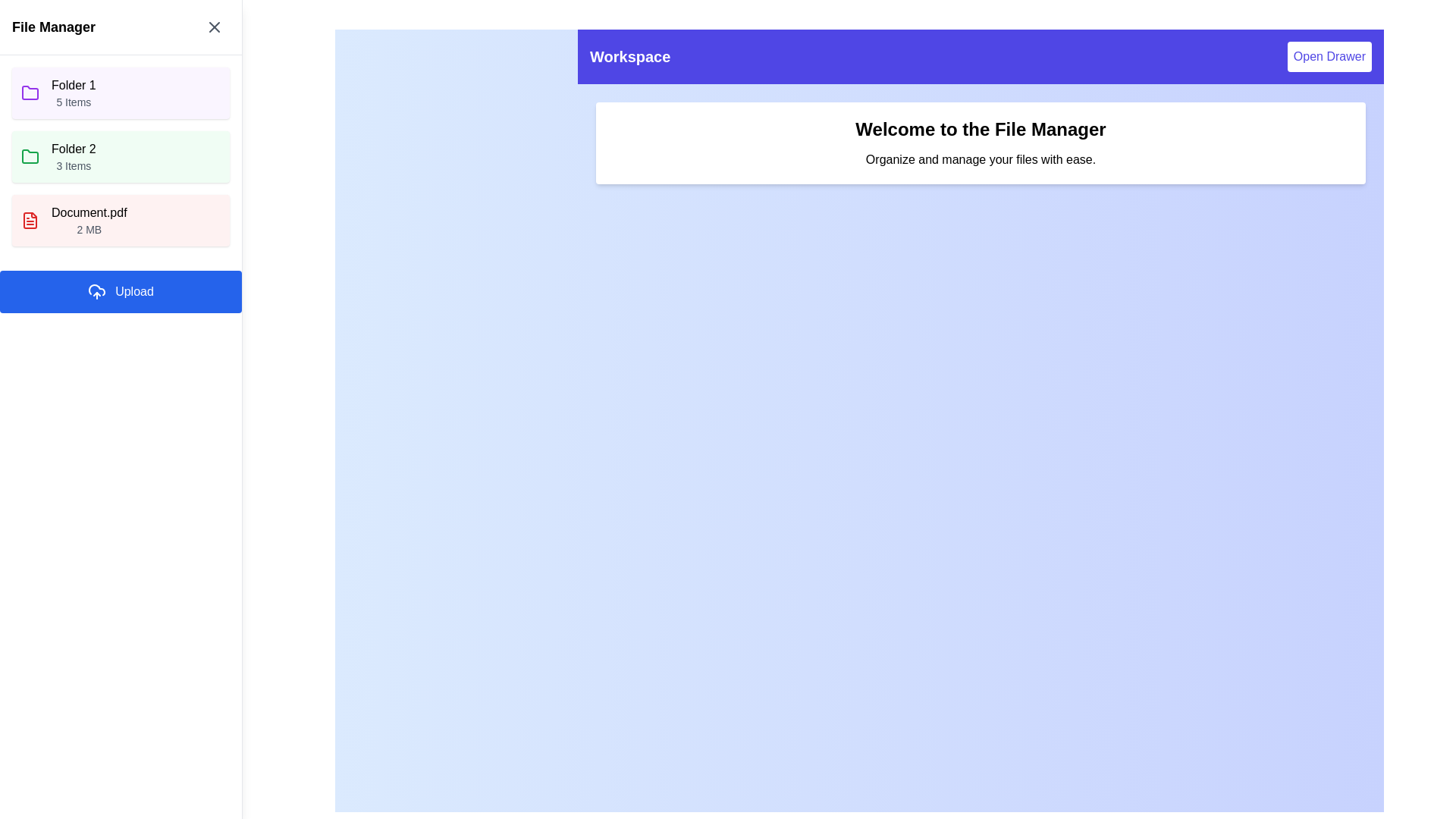  Describe the element at coordinates (88, 230) in the screenshot. I see `the static text label that provides additional information about the size of the file 'Document.pdf', located underneath it in the file manager` at that location.